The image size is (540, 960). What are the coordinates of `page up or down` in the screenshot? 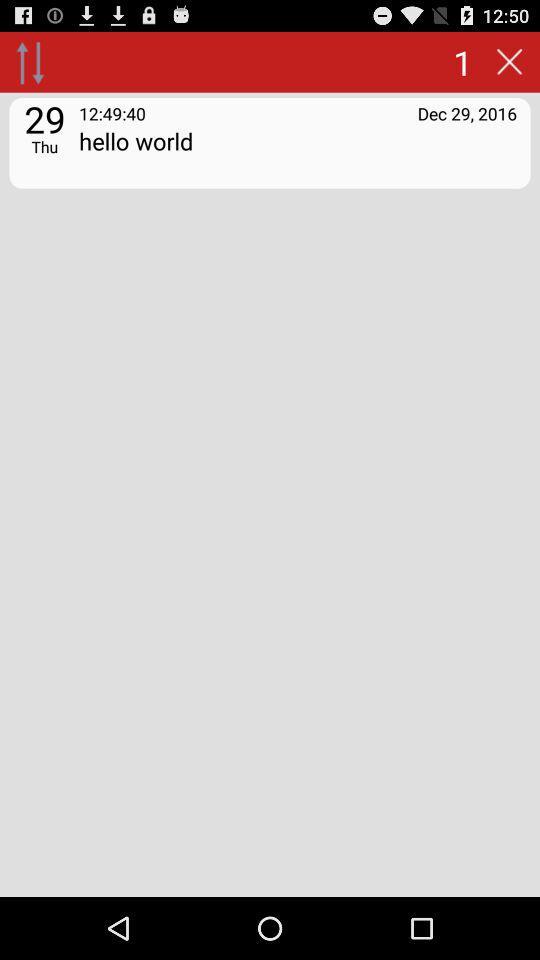 It's located at (29, 61).